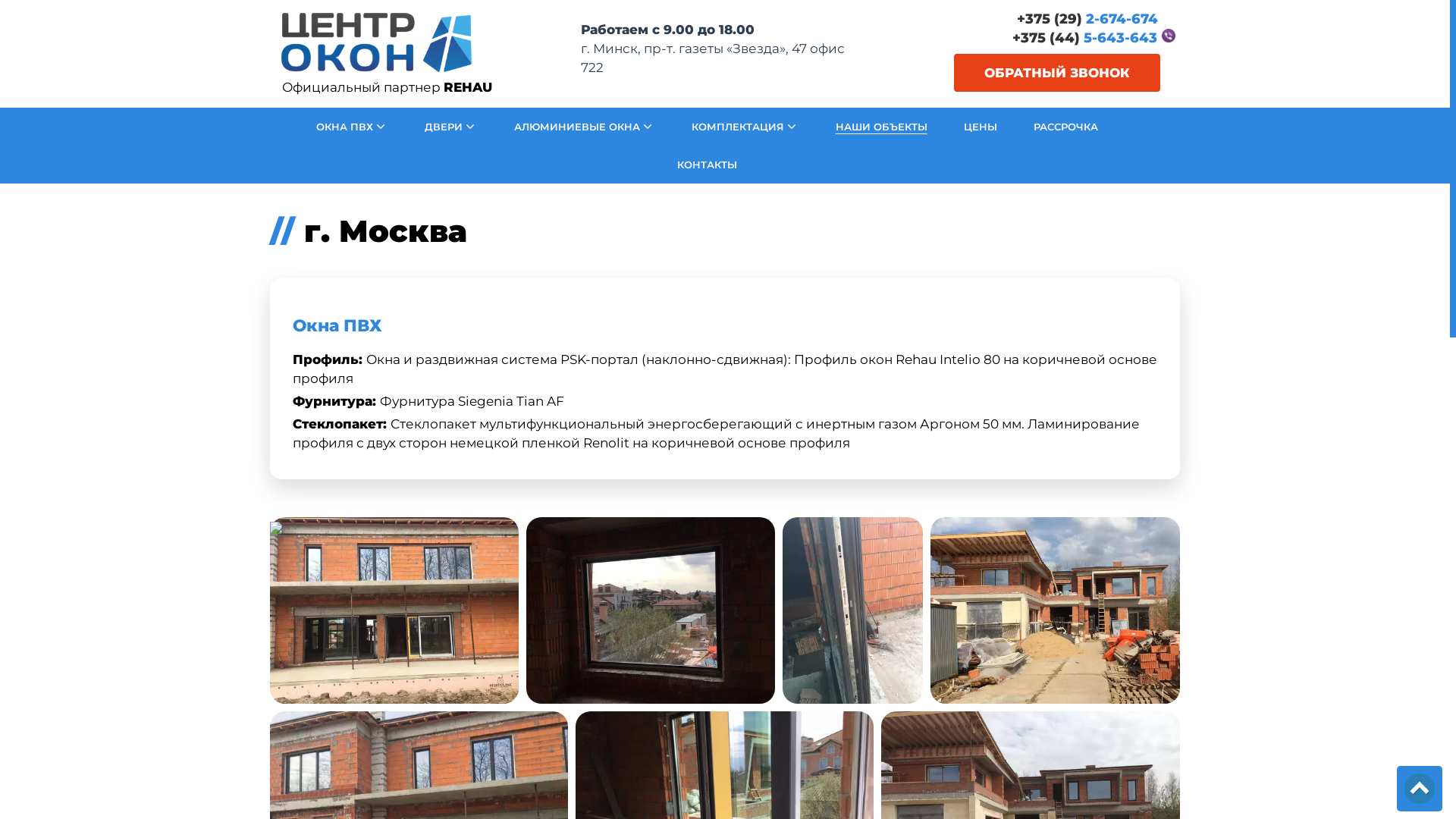  Describe the element at coordinates (1084, 37) in the screenshot. I see `'+375 (44) 5-643-643'` at that location.